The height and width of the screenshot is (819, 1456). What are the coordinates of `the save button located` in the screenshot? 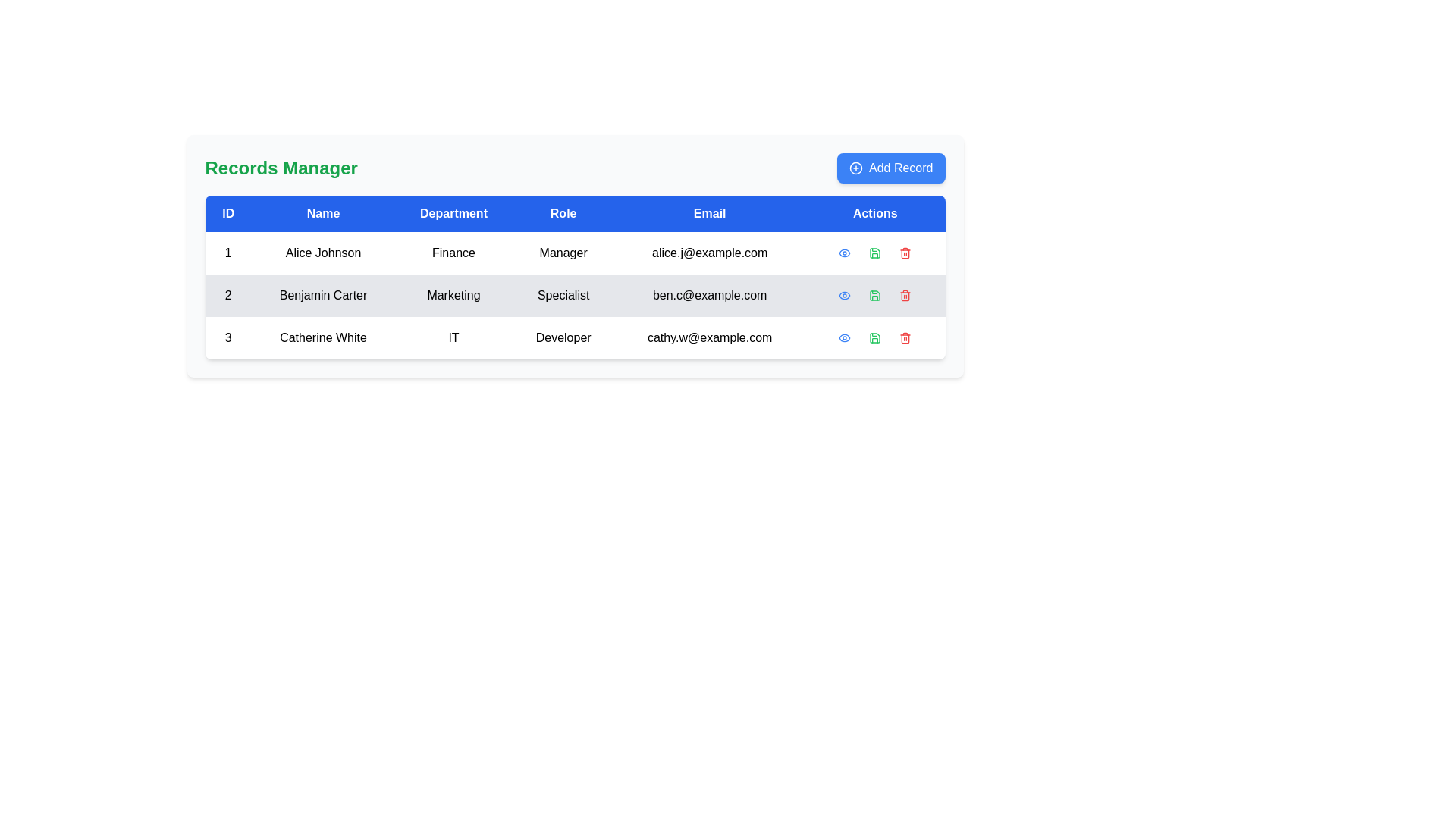 It's located at (875, 295).